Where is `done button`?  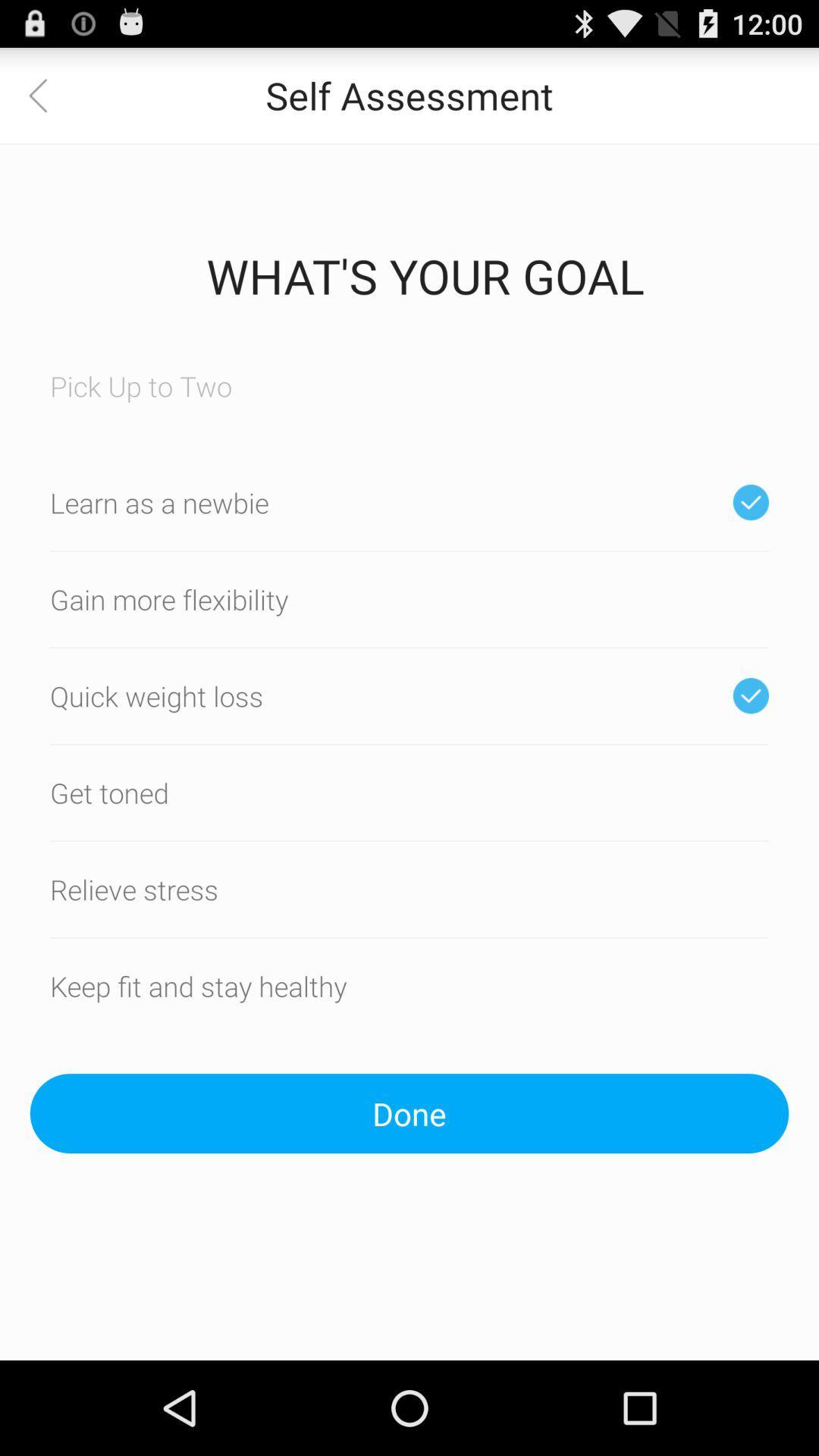
done button is located at coordinates (409, 1113).